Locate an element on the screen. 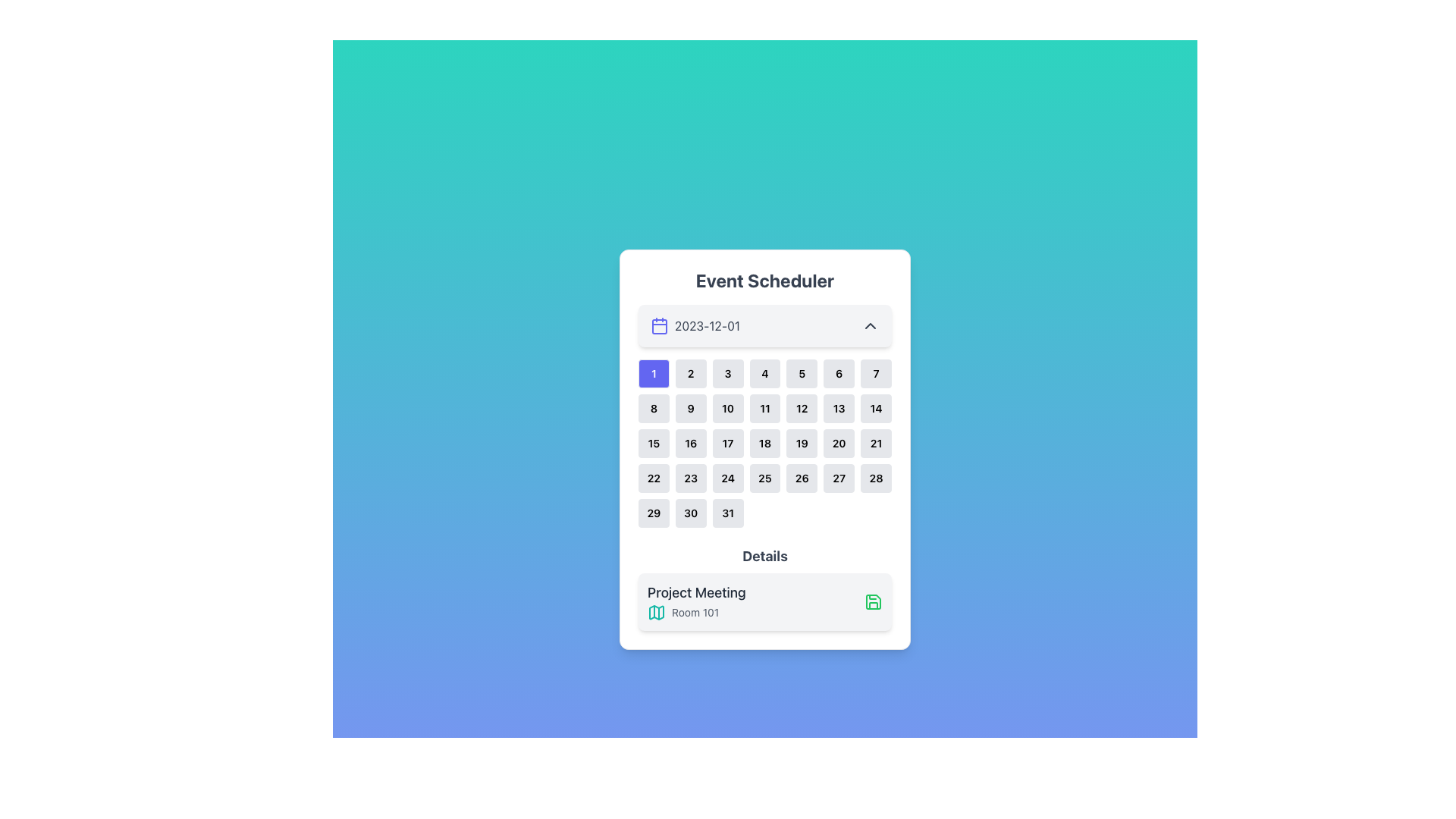 The height and width of the screenshot is (819, 1456). the selectable calendar date button located in the fourth row and first column of the calendar matrix is located at coordinates (654, 479).